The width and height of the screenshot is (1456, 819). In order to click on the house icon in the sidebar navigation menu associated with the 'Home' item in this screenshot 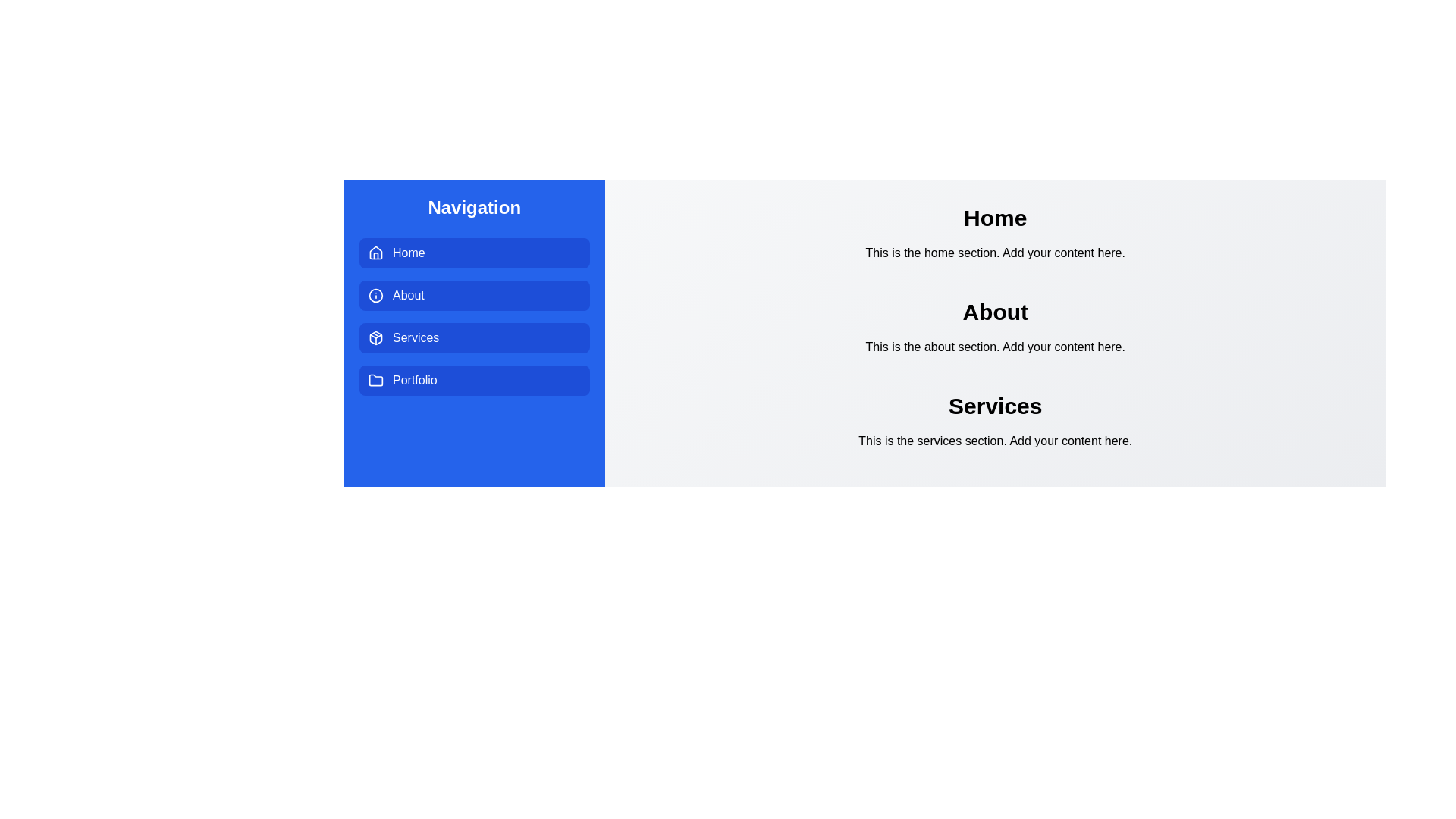, I will do `click(375, 251)`.